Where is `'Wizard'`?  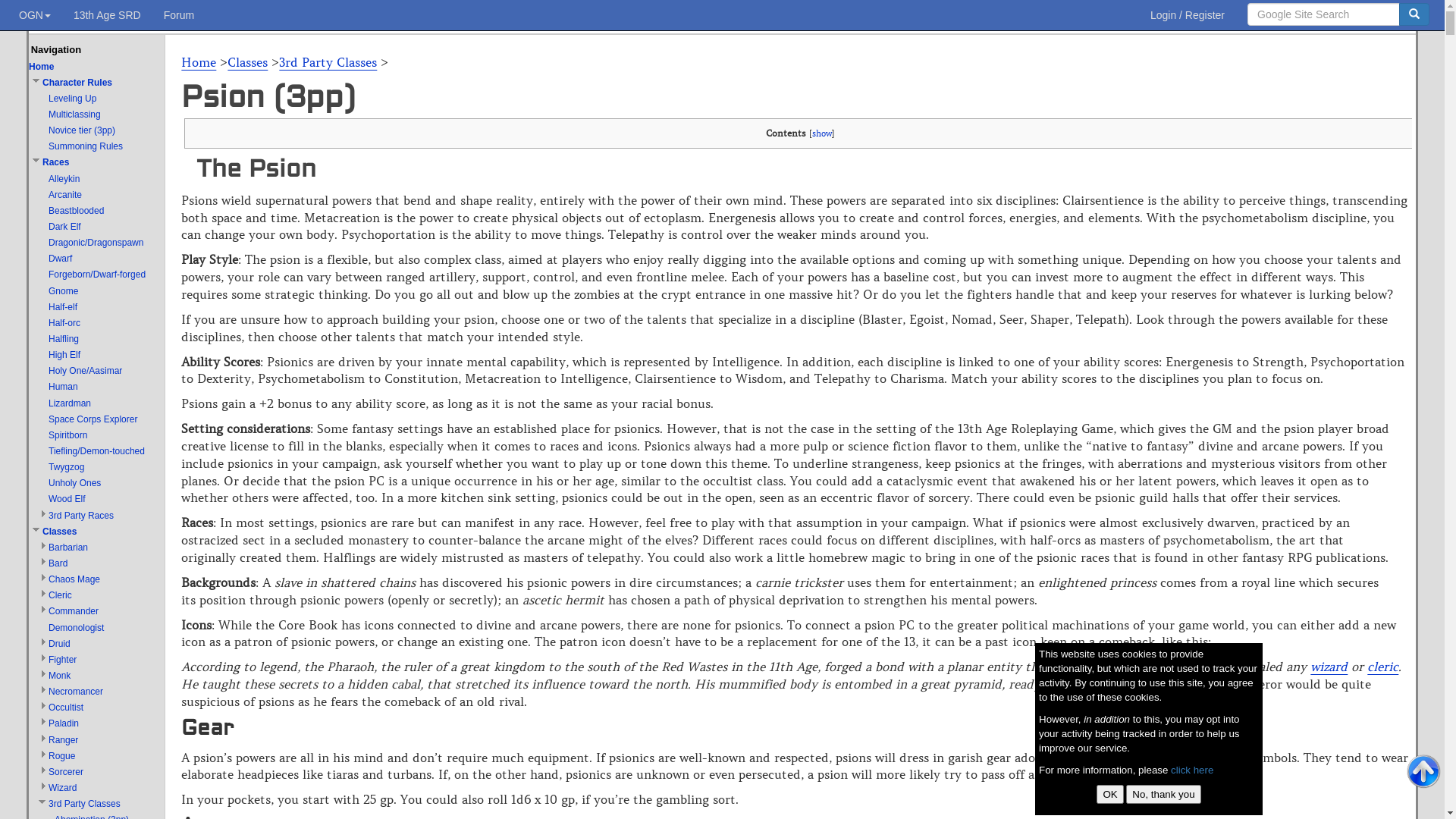 'Wizard' is located at coordinates (61, 786).